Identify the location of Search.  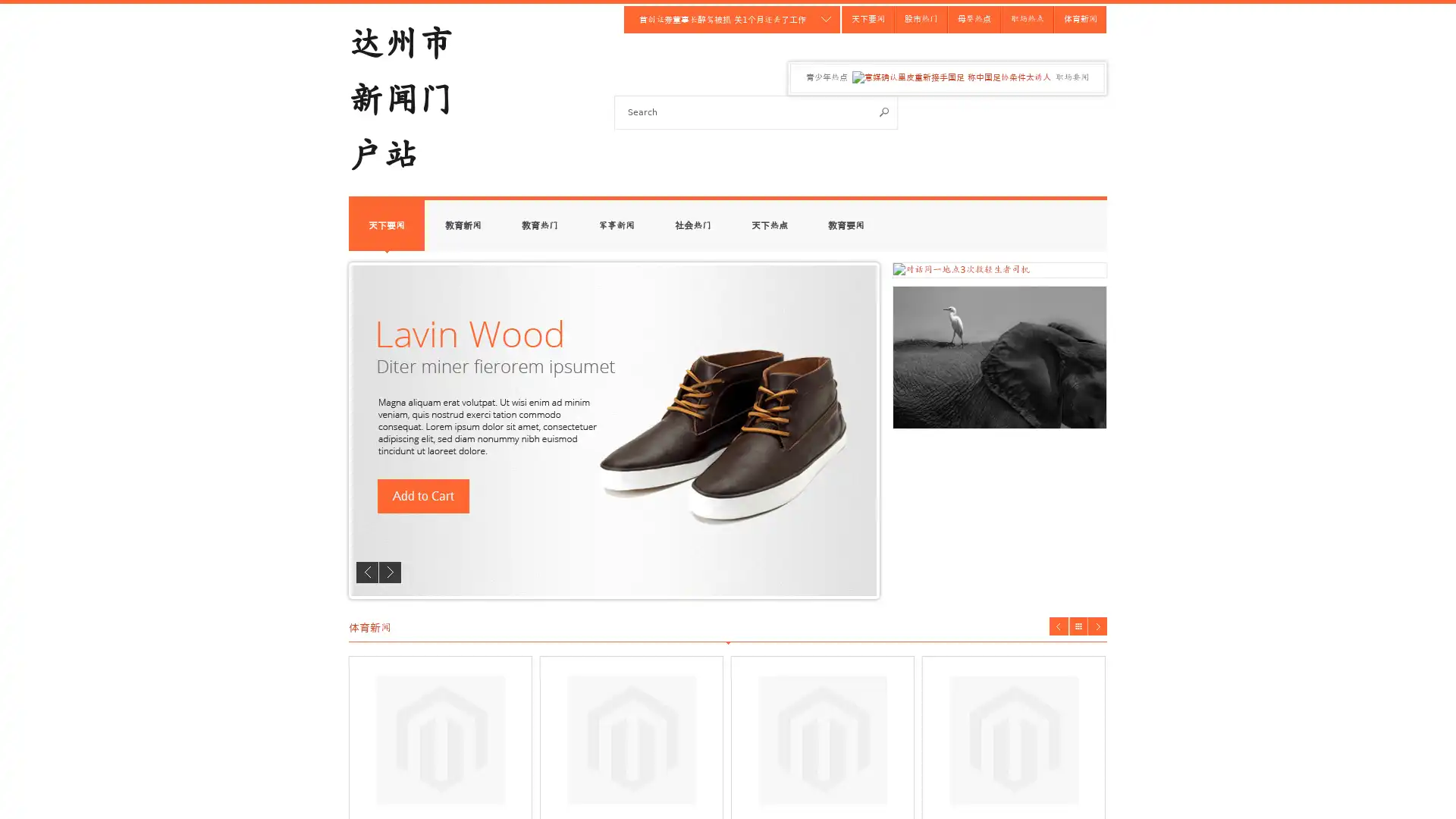
(884, 111).